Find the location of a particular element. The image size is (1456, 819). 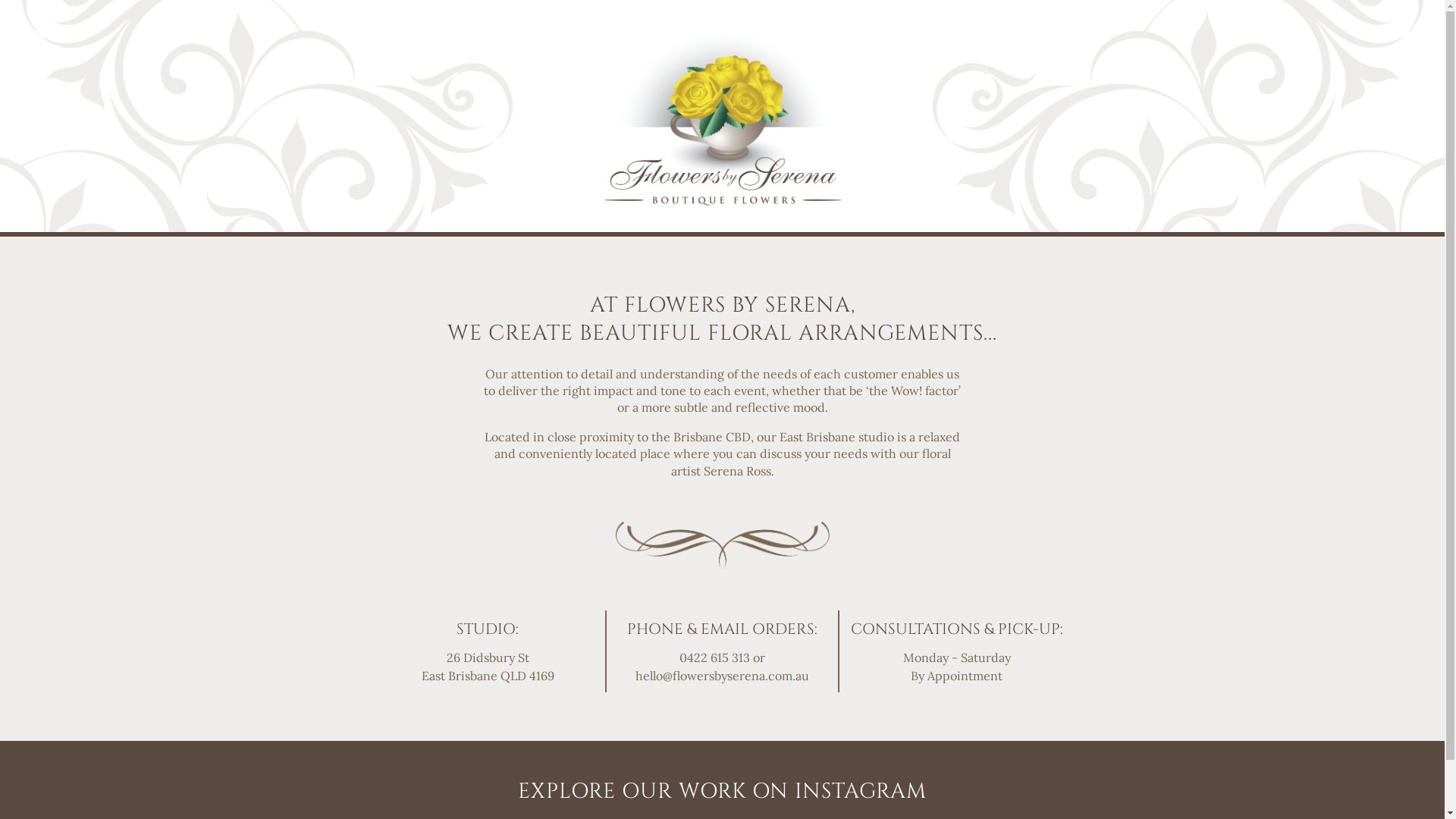

'0422 615 313' is located at coordinates (714, 657).